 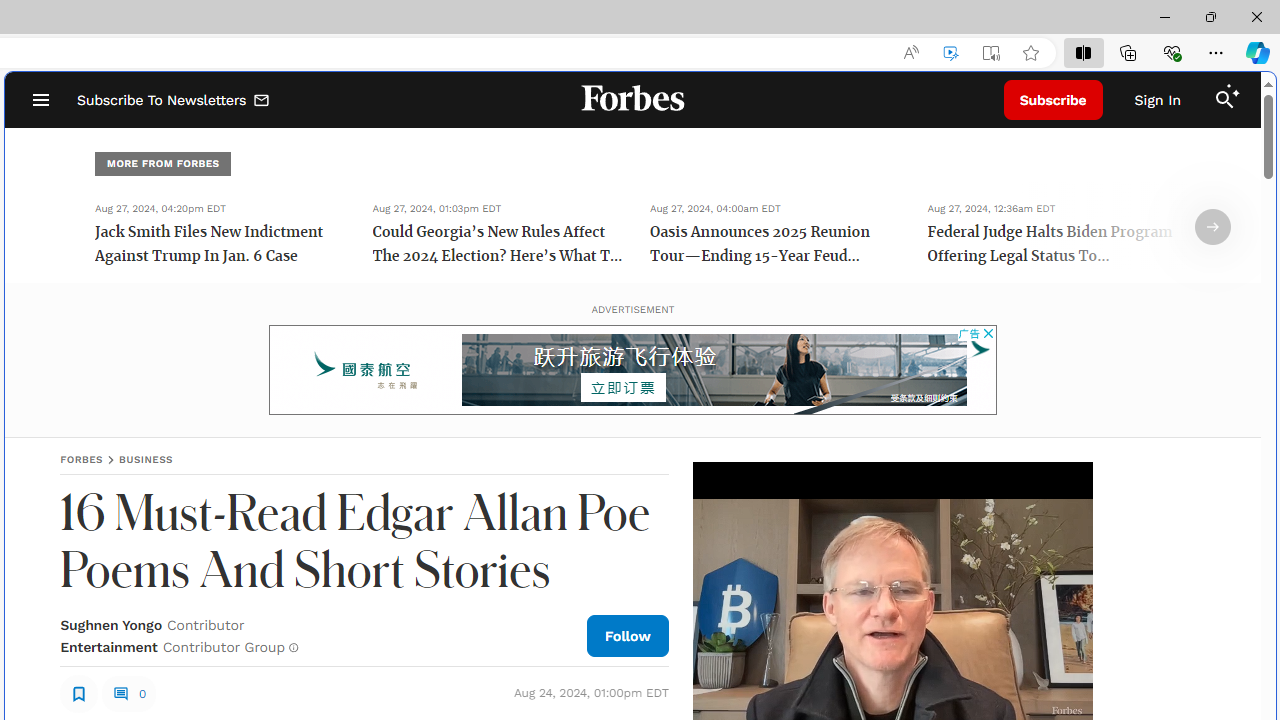 I want to click on 'Open Navigation Menu', so click(x=40, y=100).